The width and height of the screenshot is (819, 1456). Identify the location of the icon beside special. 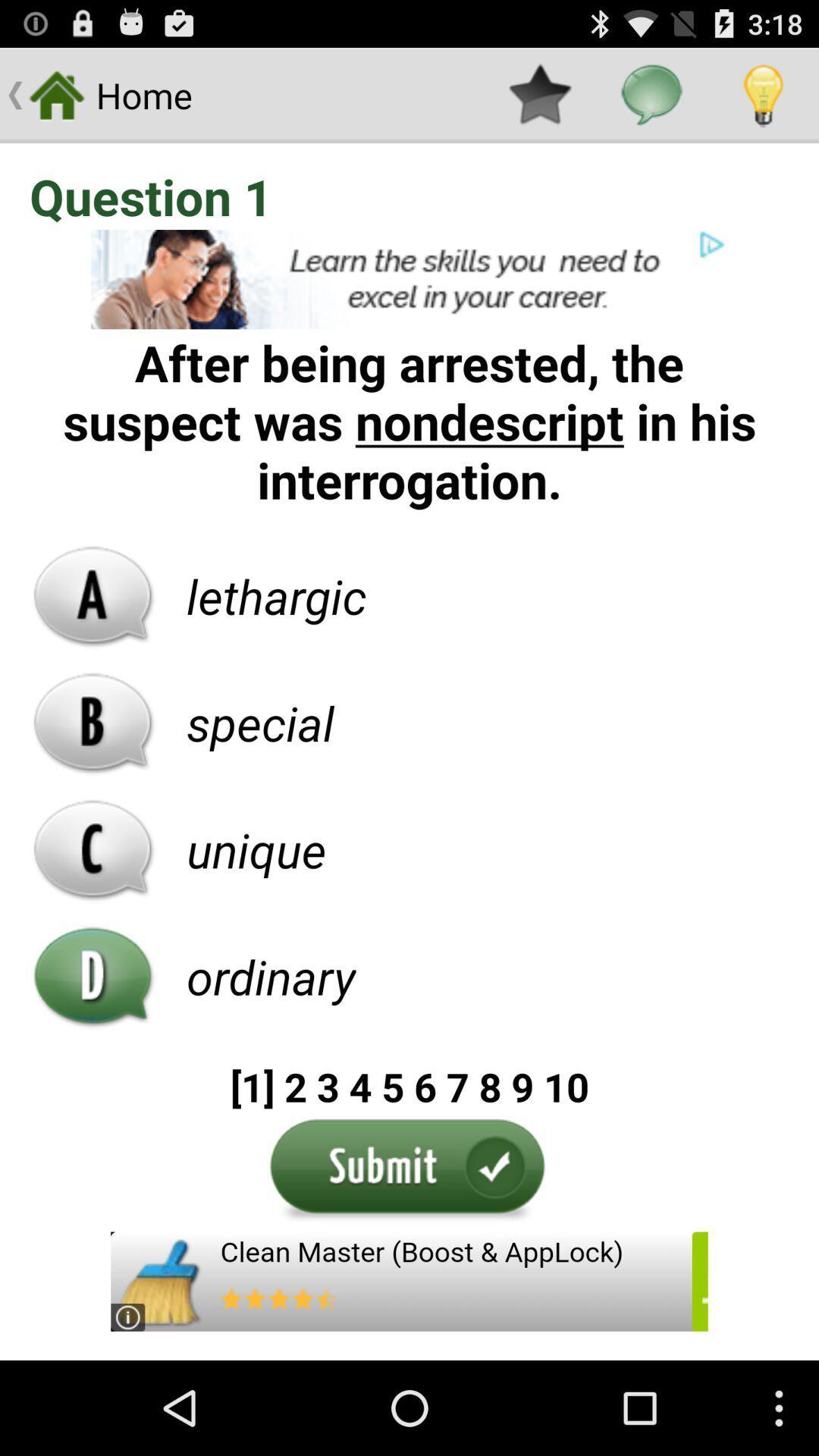
(93, 723).